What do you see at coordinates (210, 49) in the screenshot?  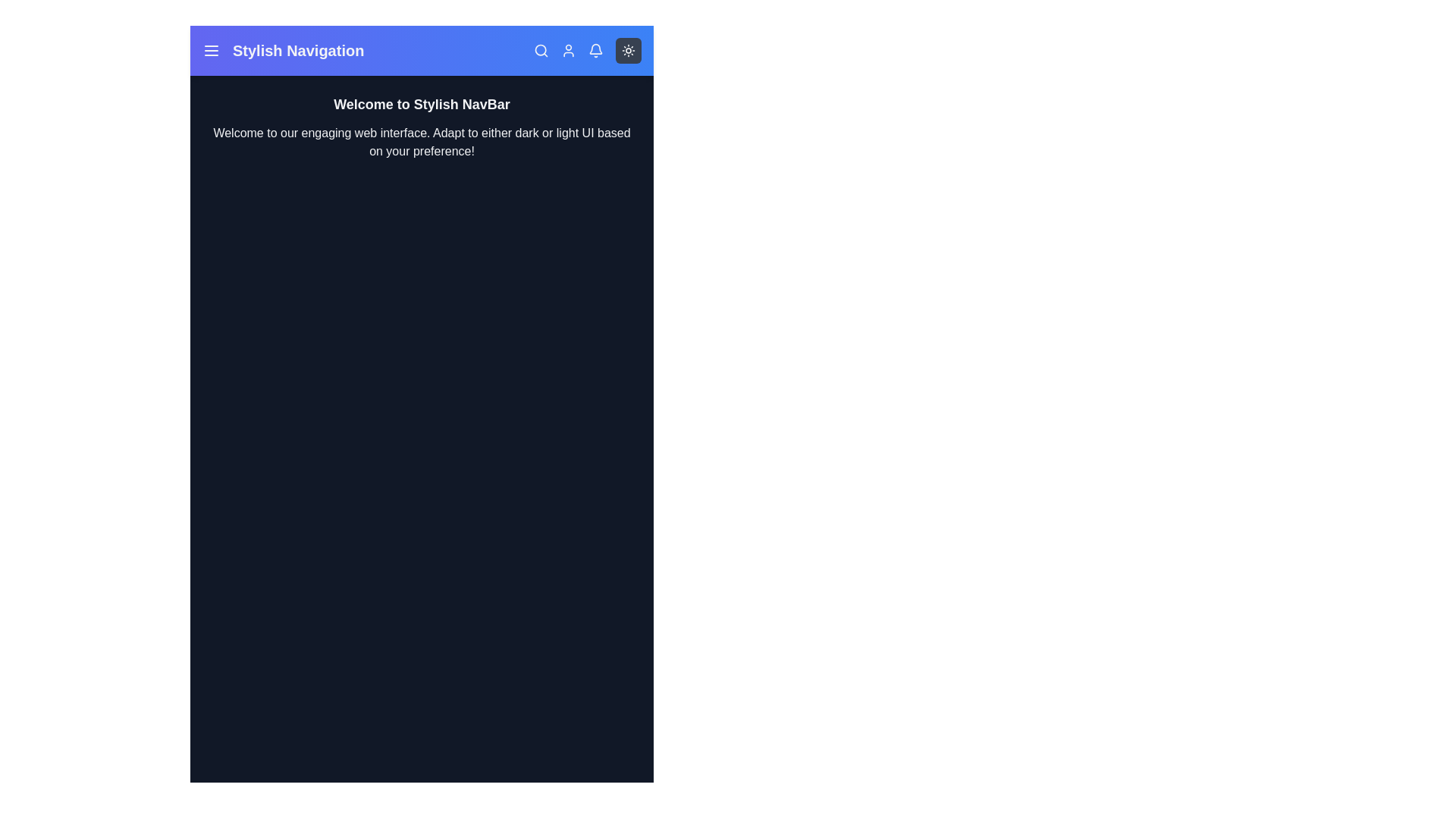 I see `the menu icon in the navigation bar` at bounding box center [210, 49].